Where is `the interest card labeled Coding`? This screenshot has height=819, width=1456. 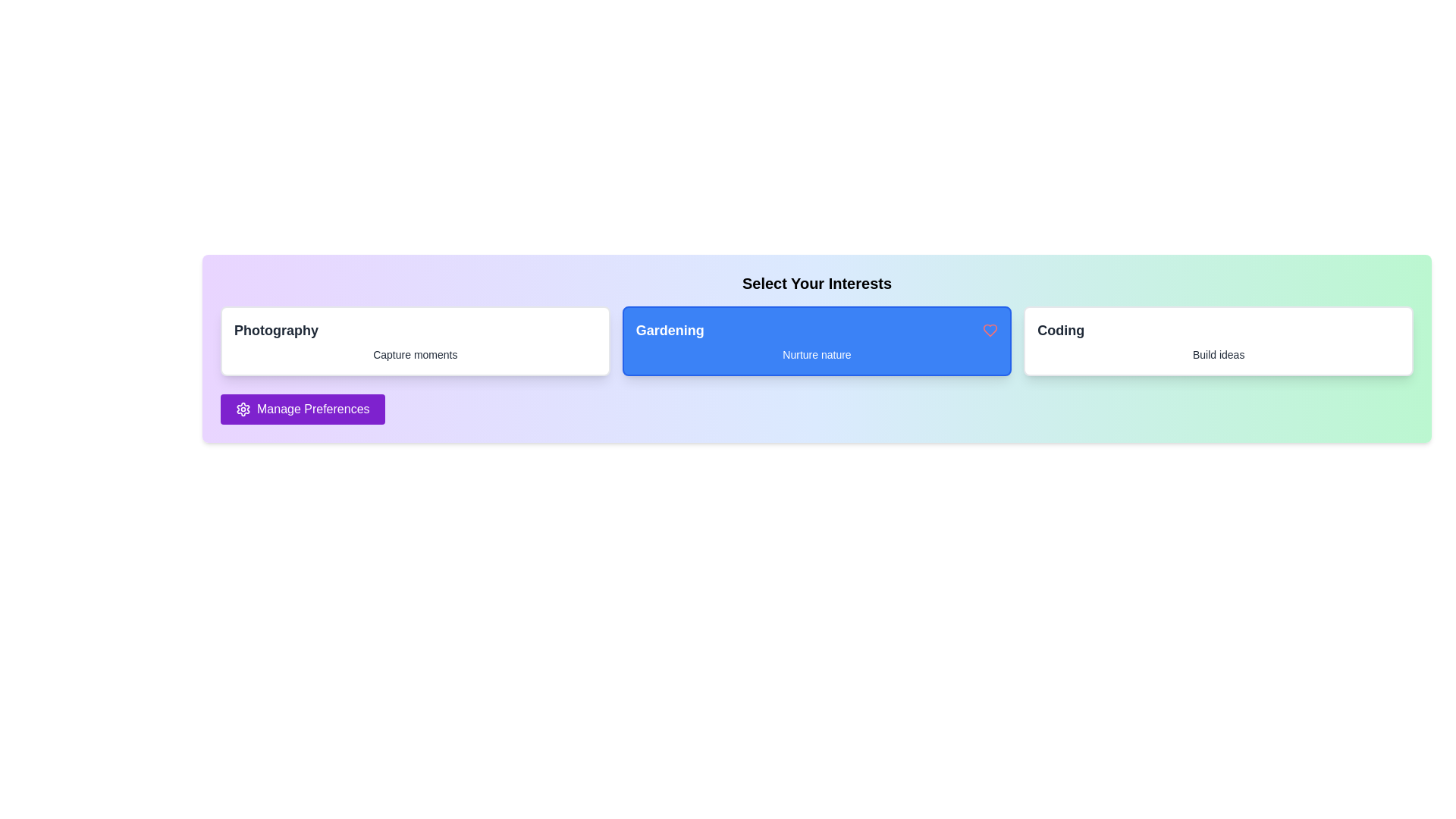
the interest card labeled Coding is located at coordinates (1219, 341).